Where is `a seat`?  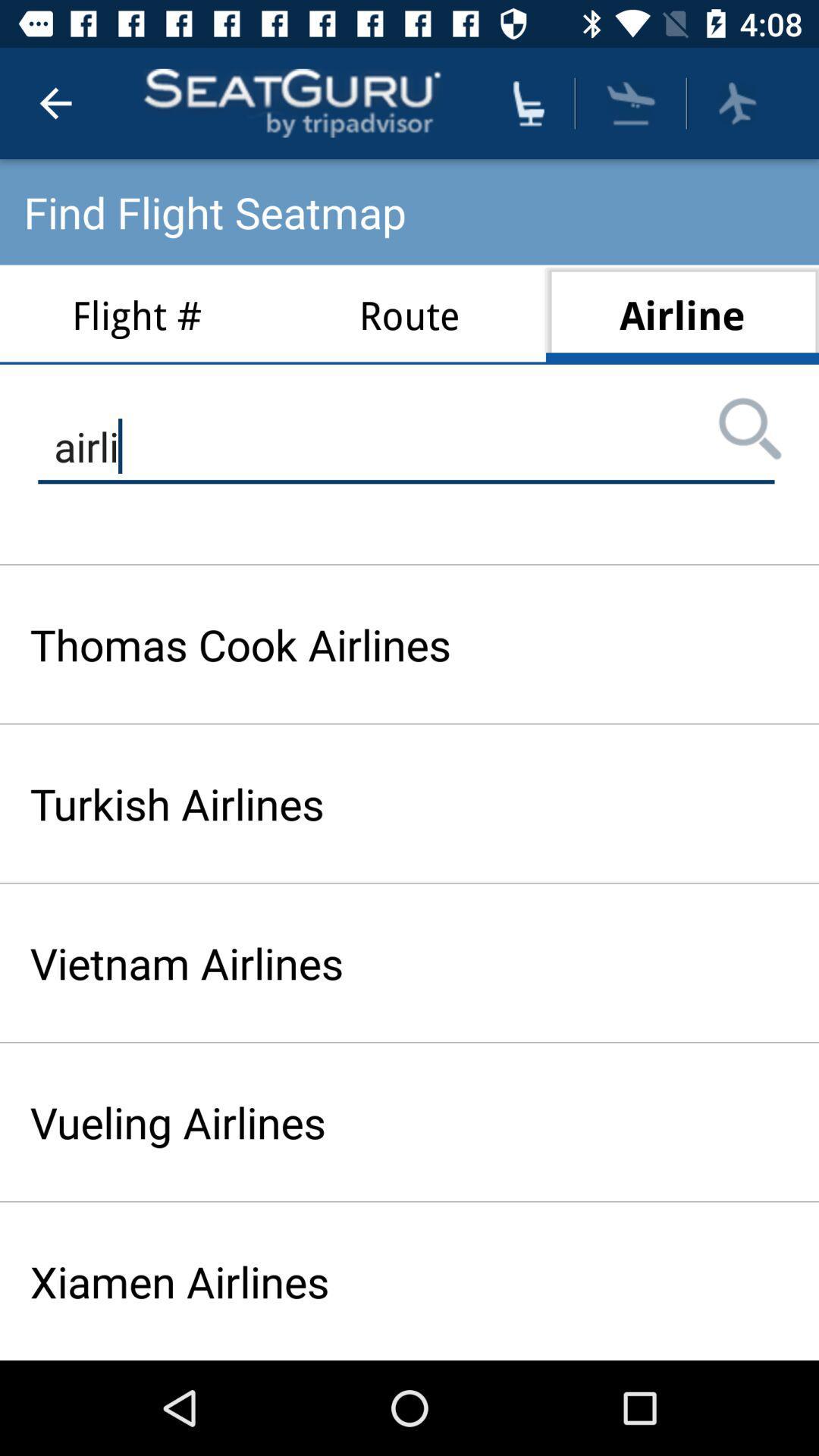 a seat is located at coordinates (528, 102).